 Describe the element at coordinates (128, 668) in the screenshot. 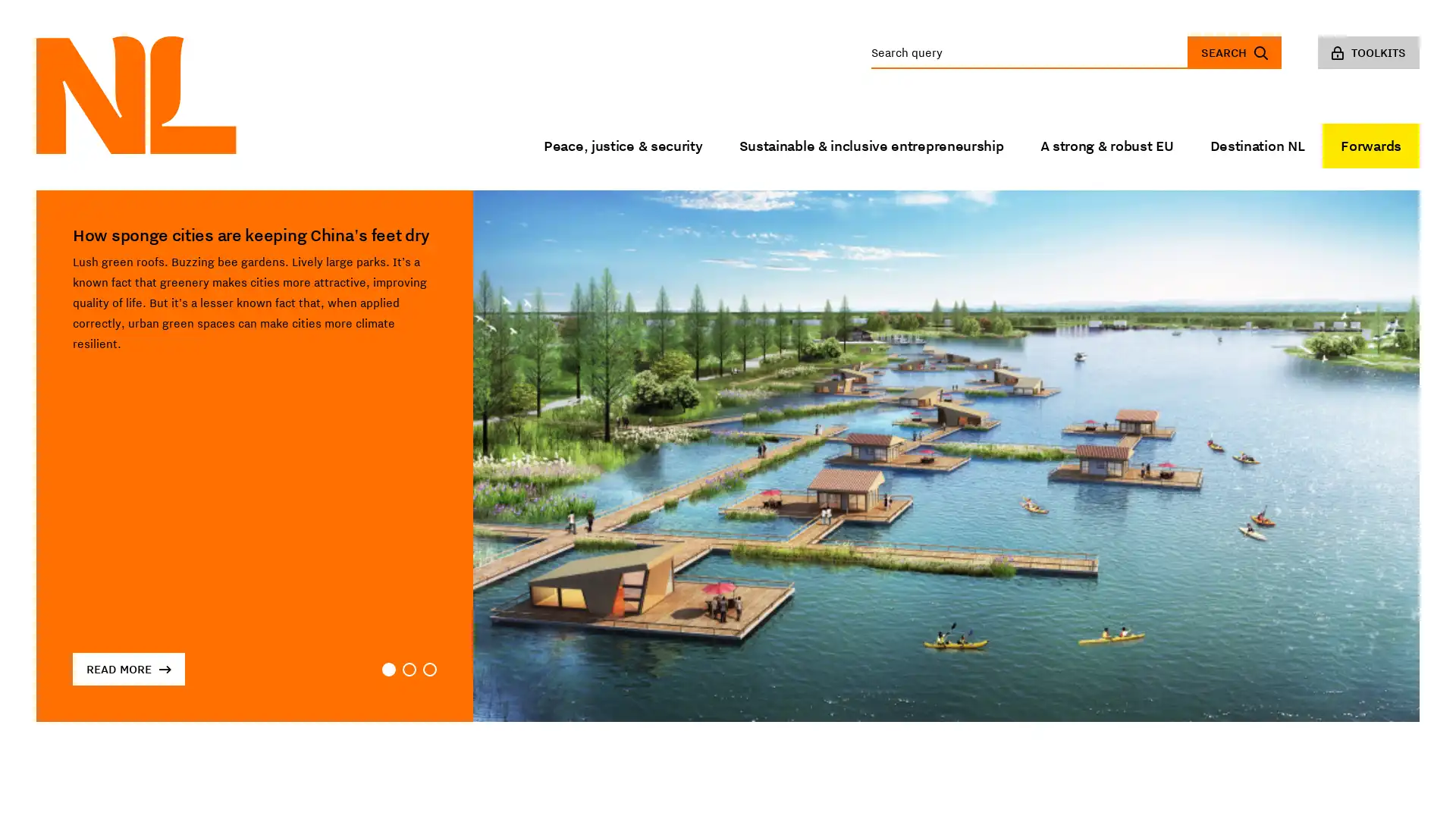

I see `READ MORE` at that location.